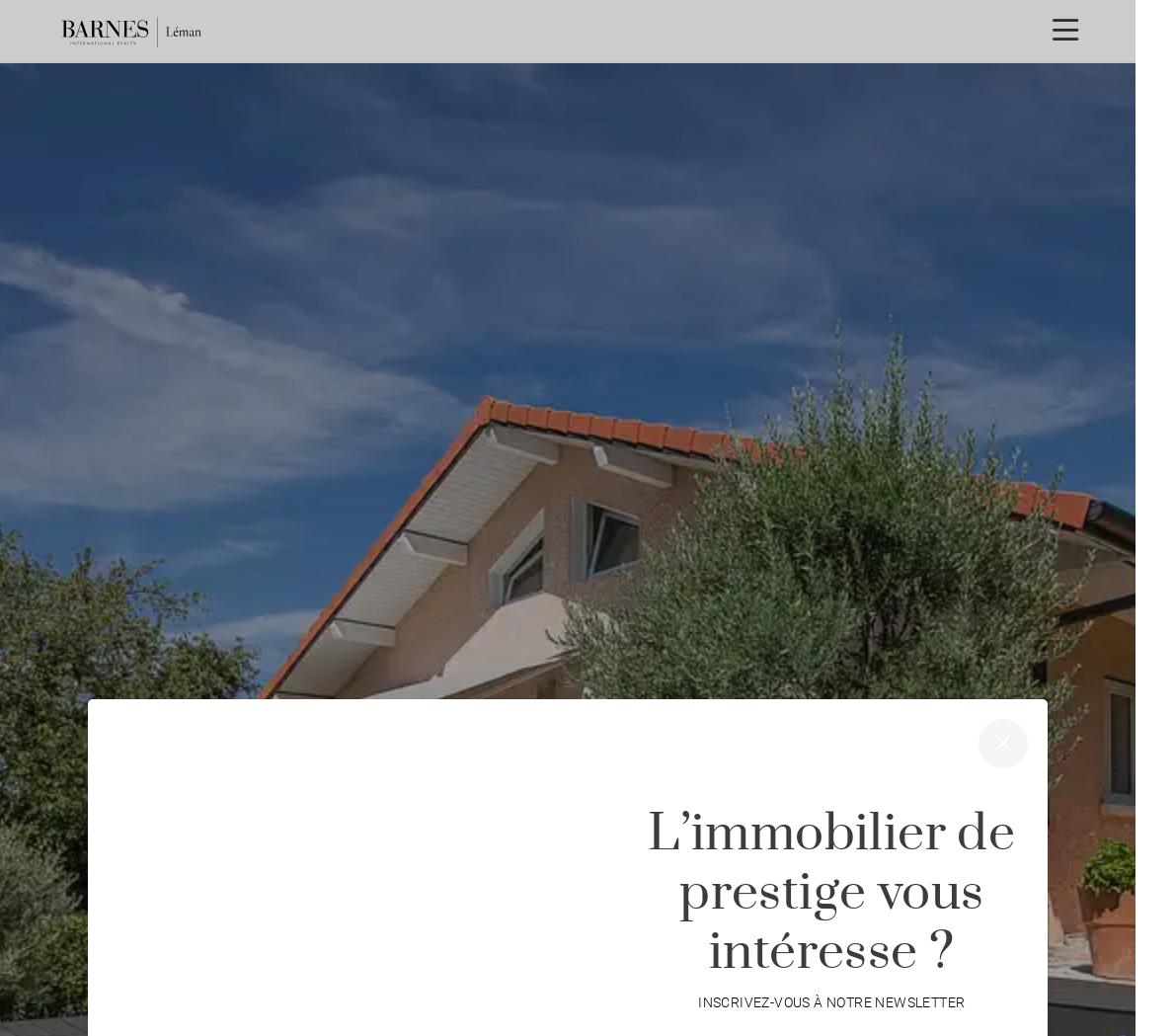 Image resolution: width=1175 pixels, height=1036 pixels. Describe the element at coordinates (846, 872) in the screenshot. I see `'Surface'` at that location.